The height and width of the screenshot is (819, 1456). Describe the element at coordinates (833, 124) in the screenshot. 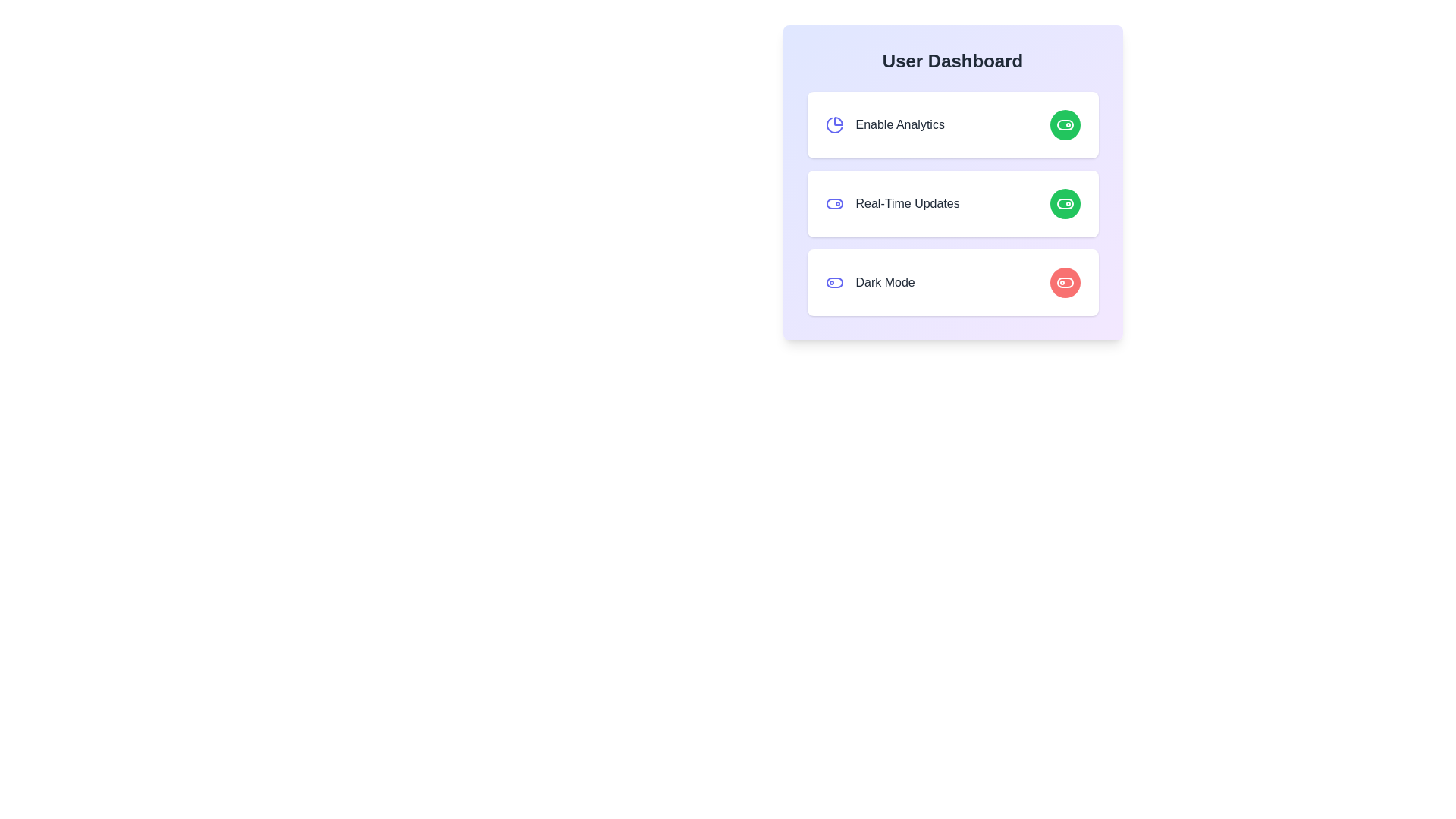

I see `the analytics icon located to the left of the 'Enable Analytics' text in the first item of the list under the 'User Dashboard.'` at that location.